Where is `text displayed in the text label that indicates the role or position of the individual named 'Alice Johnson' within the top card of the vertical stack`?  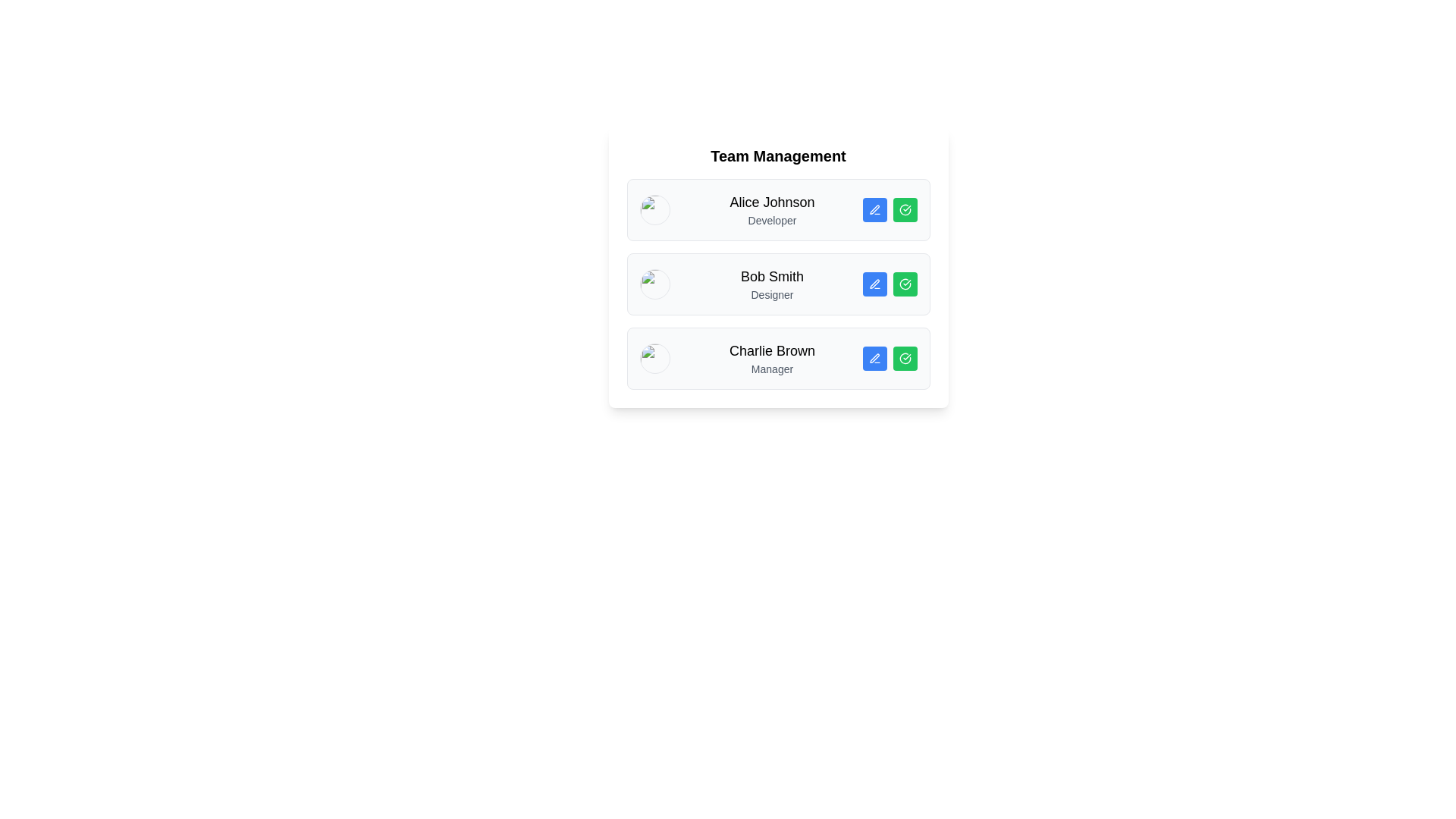
text displayed in the text label that indicates the role or position of the individual named 'Alice Johnson' within the top card of the vertical stack is located at coordinates (772, 220).